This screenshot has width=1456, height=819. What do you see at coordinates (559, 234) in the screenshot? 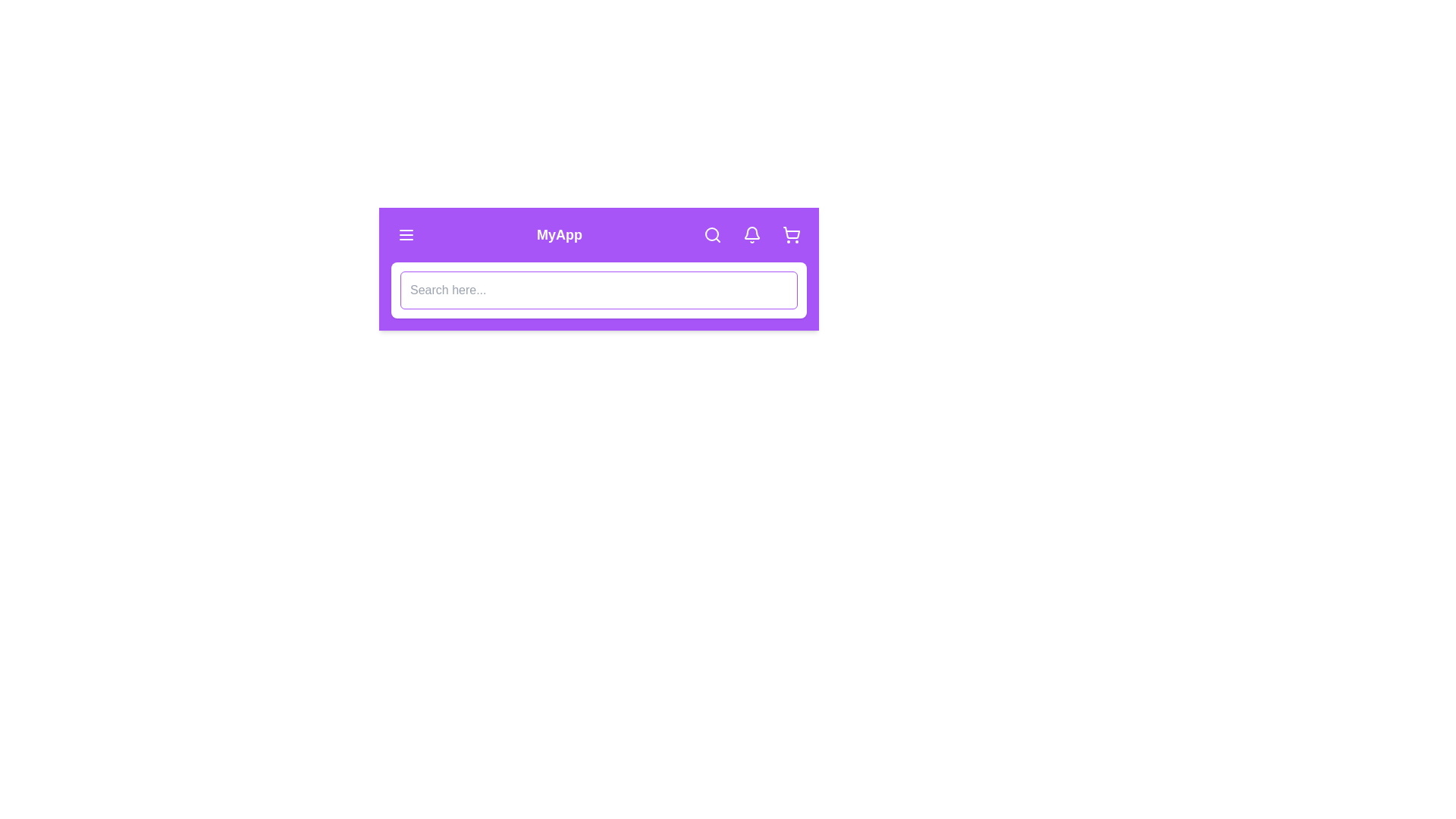
I see `the text 'MyApp'` at bounding box center [559, 234].